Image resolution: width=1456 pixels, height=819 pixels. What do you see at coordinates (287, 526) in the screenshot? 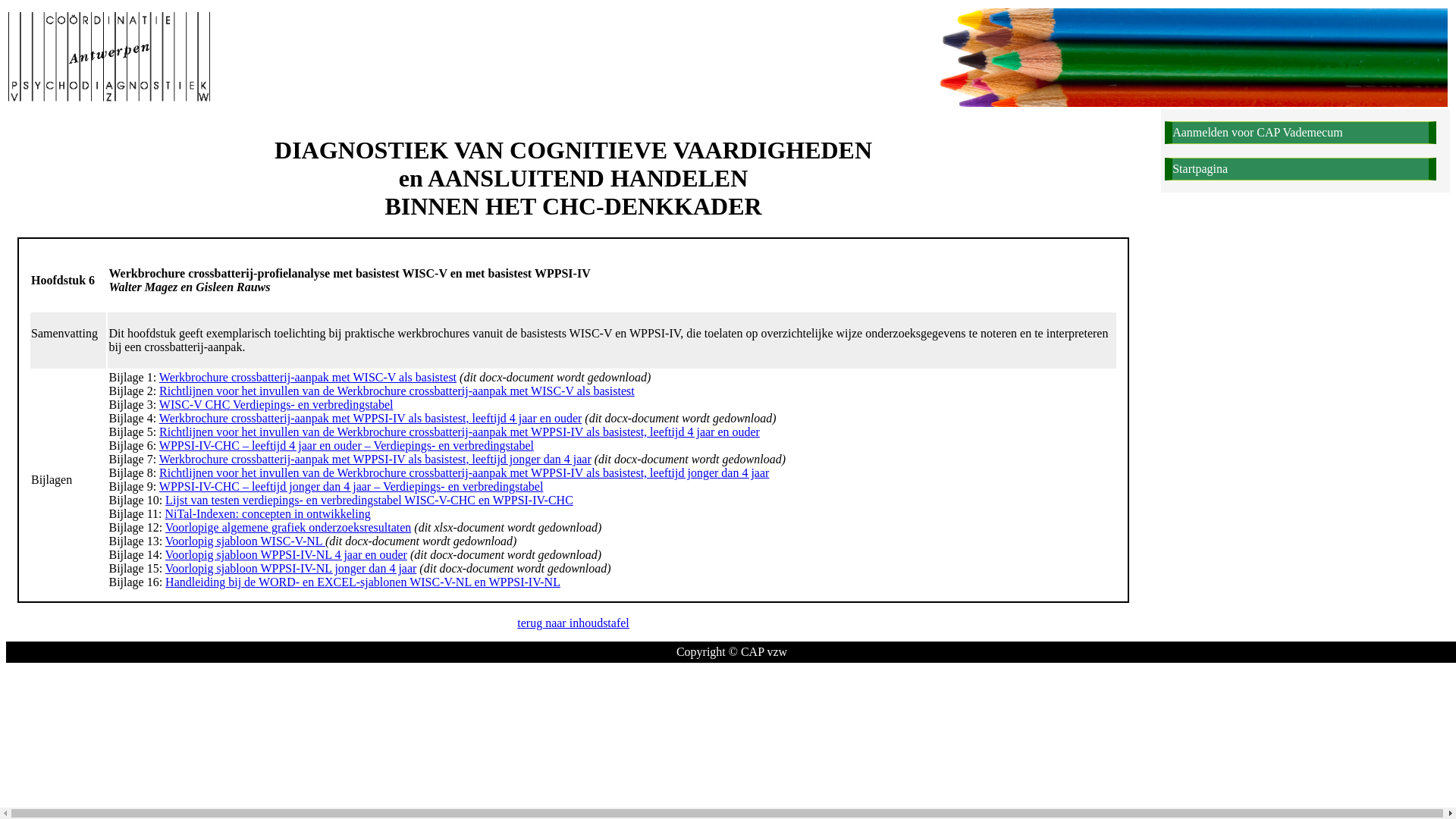
I see `'Voorlopige algemene grafiek onderzoeksresultaten'` at bounding box center [287, 526].